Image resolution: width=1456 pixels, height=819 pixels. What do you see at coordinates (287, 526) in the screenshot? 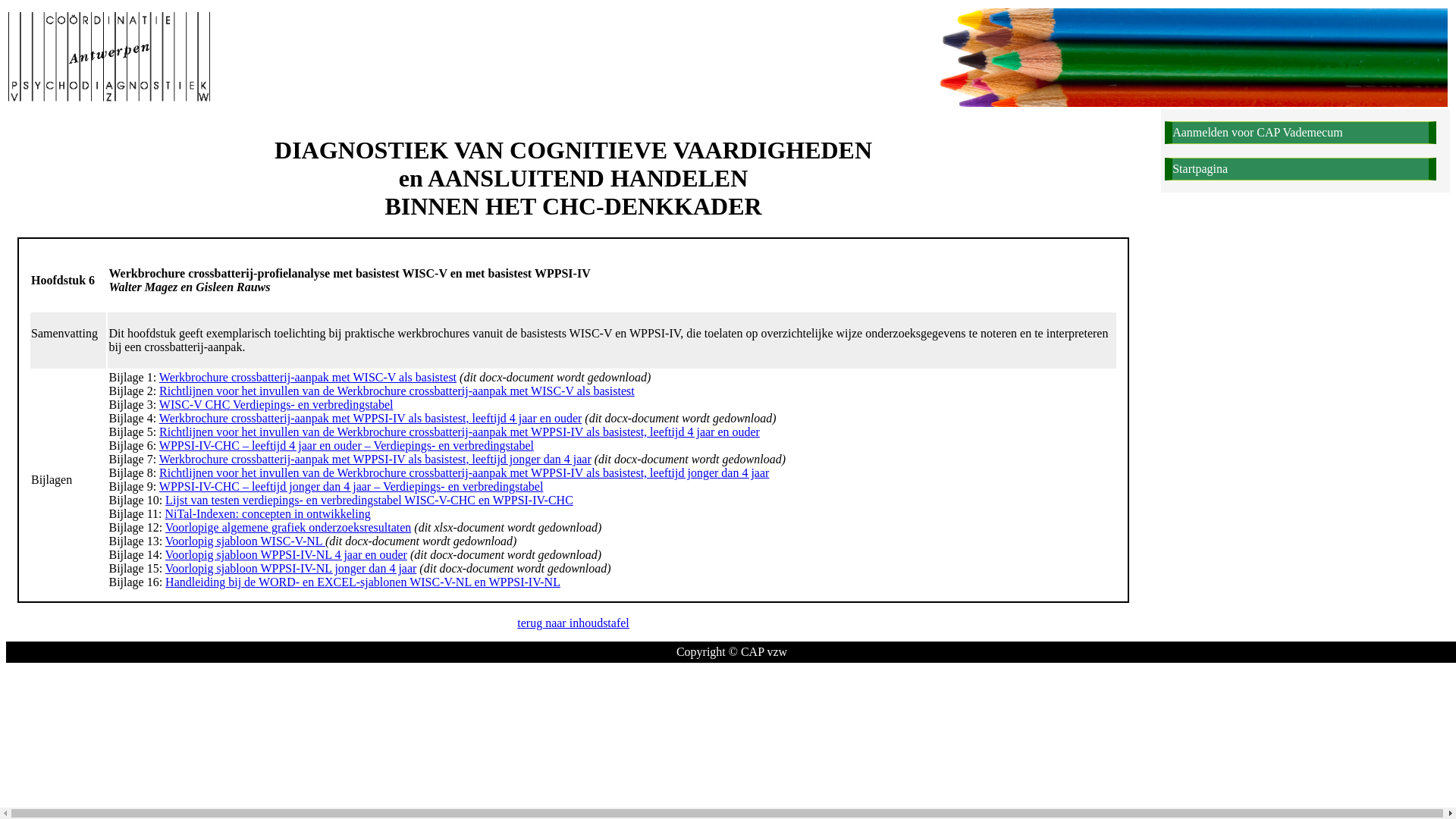
I see `'Voorlopige algemene grafiek onderzoeksresultaten'` at bounding box center [287, 526].